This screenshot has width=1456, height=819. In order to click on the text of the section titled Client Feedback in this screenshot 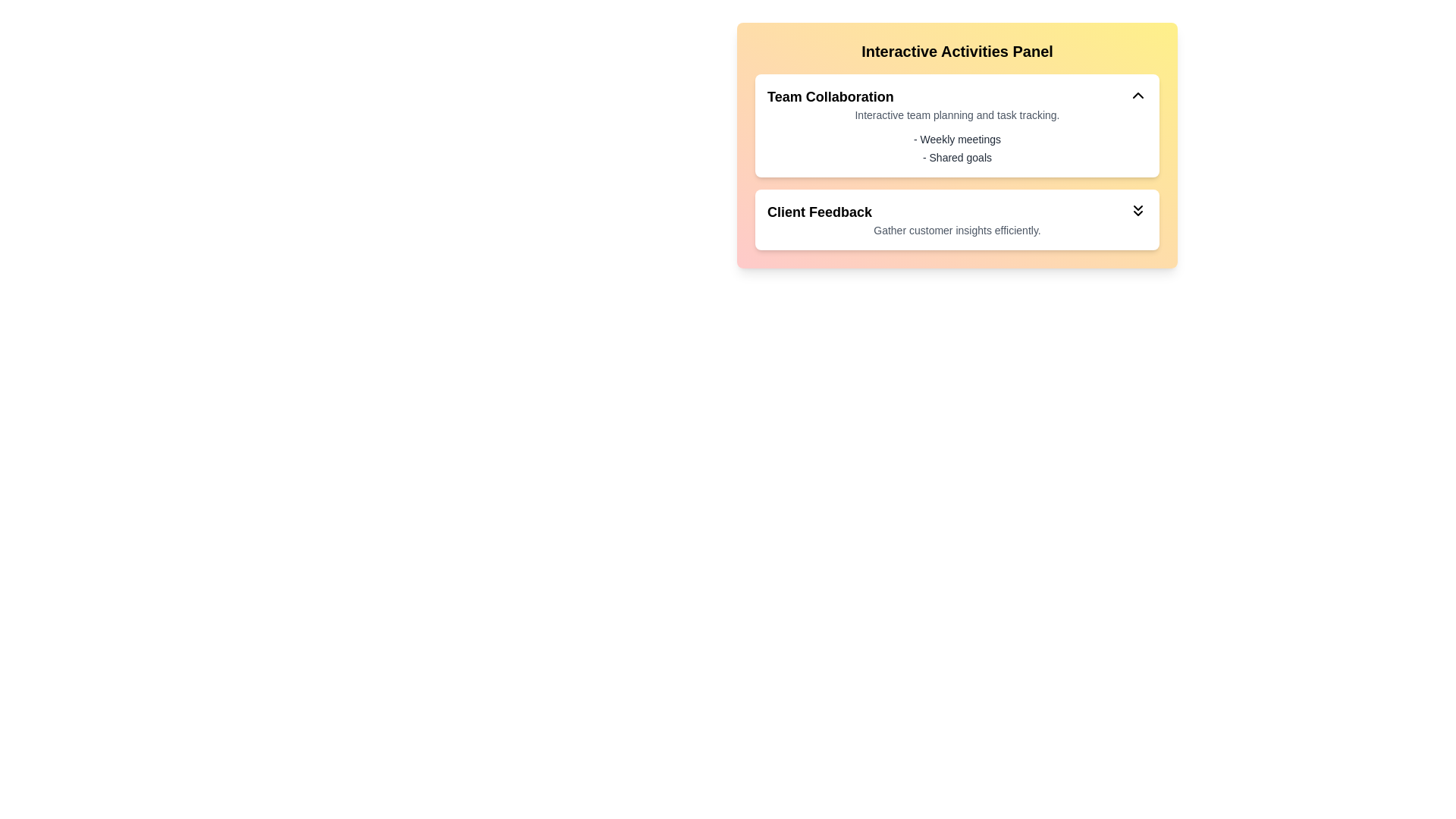, I will do `click(818, 212)`.